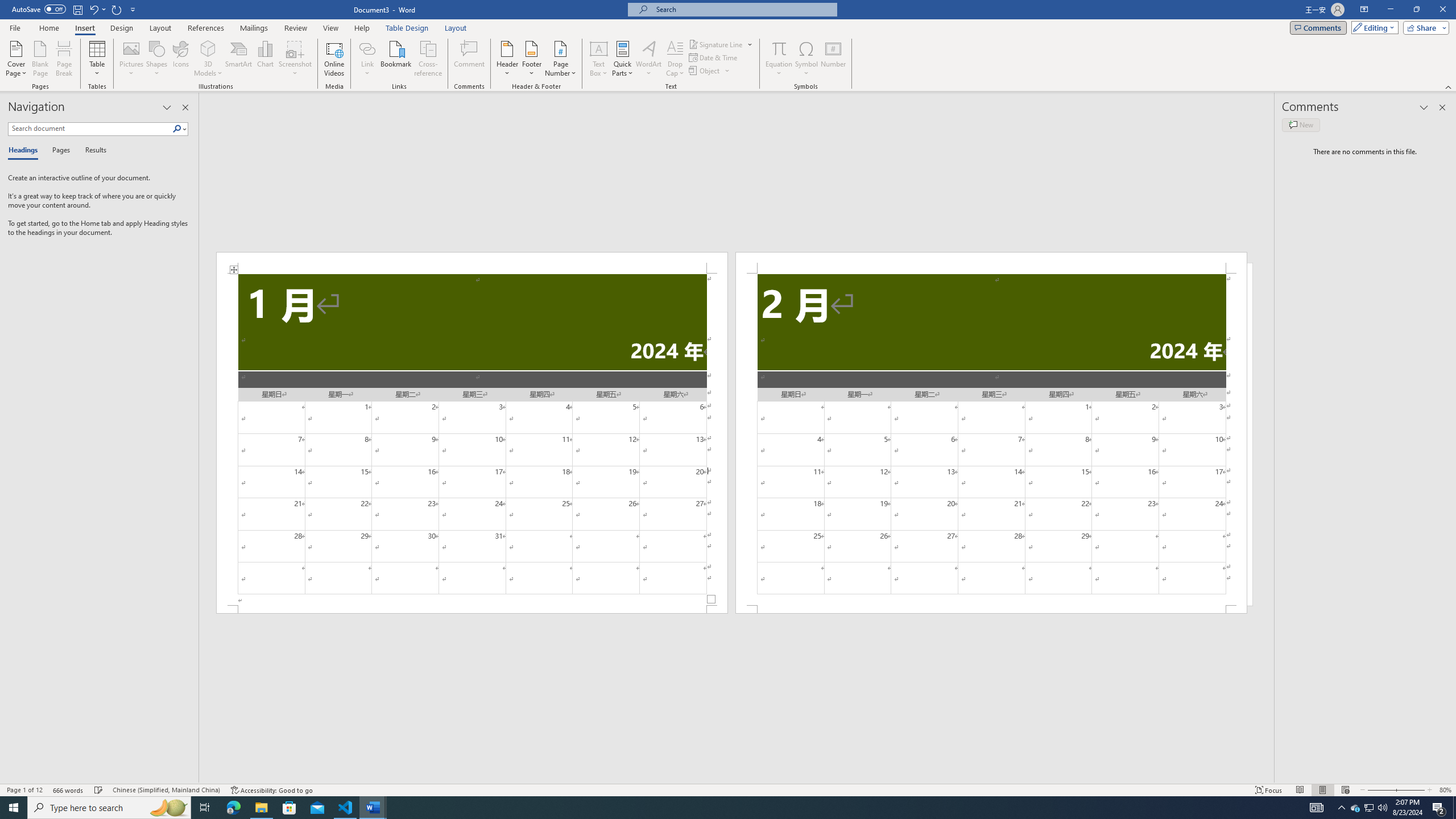 This screenshot has height=819, width=1456. What do you see at coordinates (1322, 790) in the screenshot?
I see `'Print Layout'` at bounding box center [1322, 790].